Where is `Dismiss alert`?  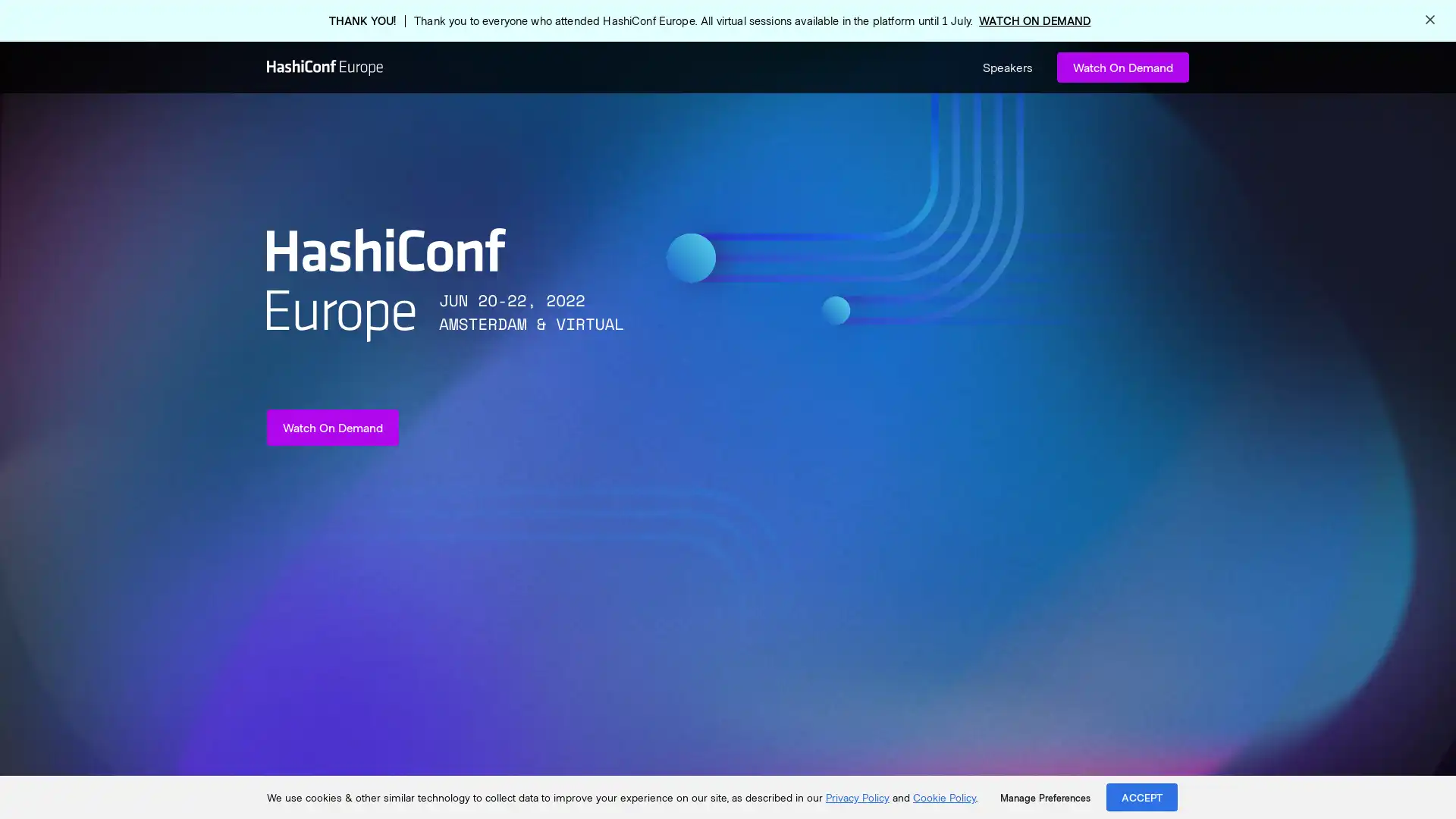 Dismiss alert is located at coordinates (1429, 20).